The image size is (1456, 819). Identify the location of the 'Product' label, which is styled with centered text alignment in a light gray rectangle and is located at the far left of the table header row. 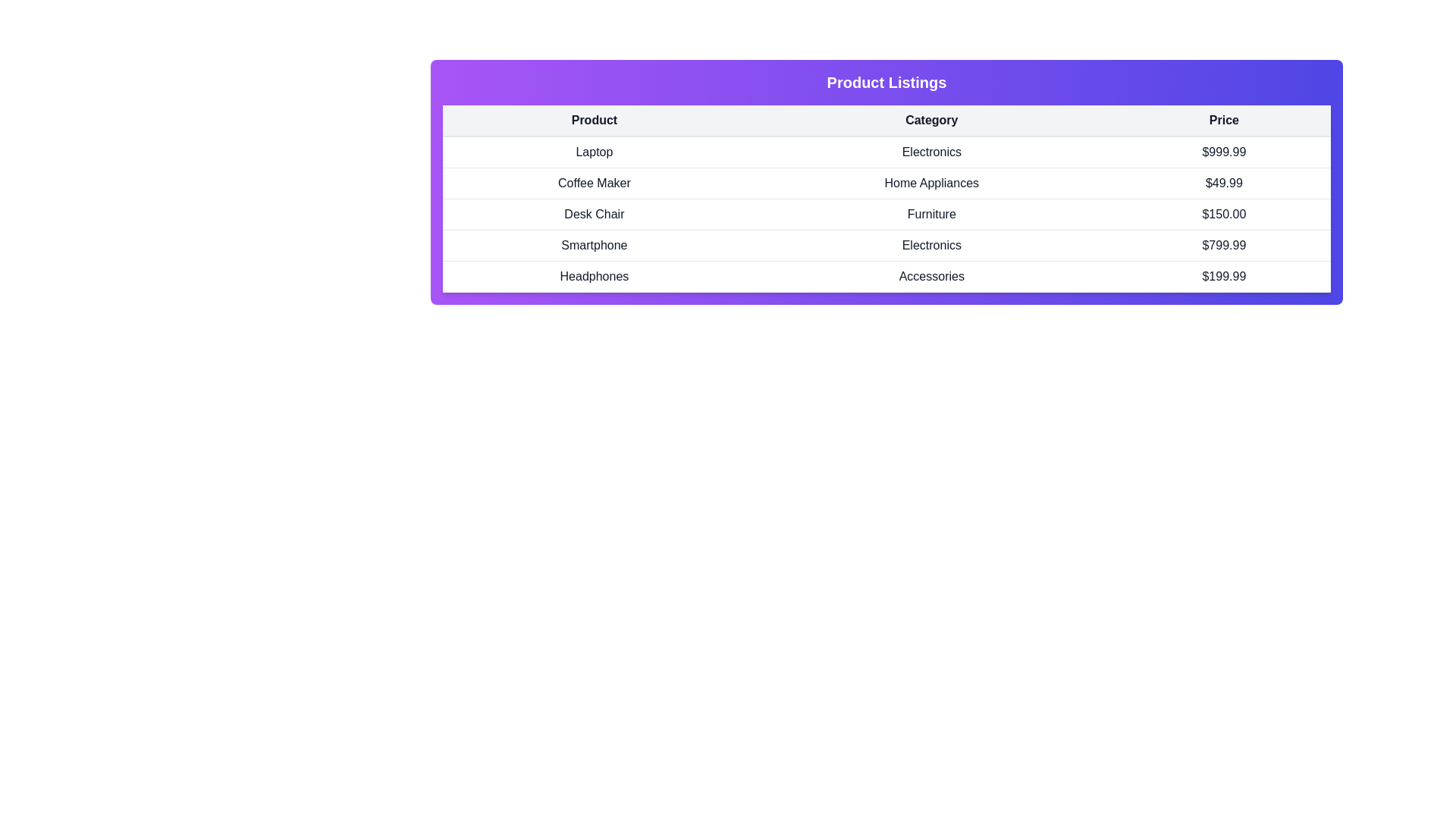
(593, 120).